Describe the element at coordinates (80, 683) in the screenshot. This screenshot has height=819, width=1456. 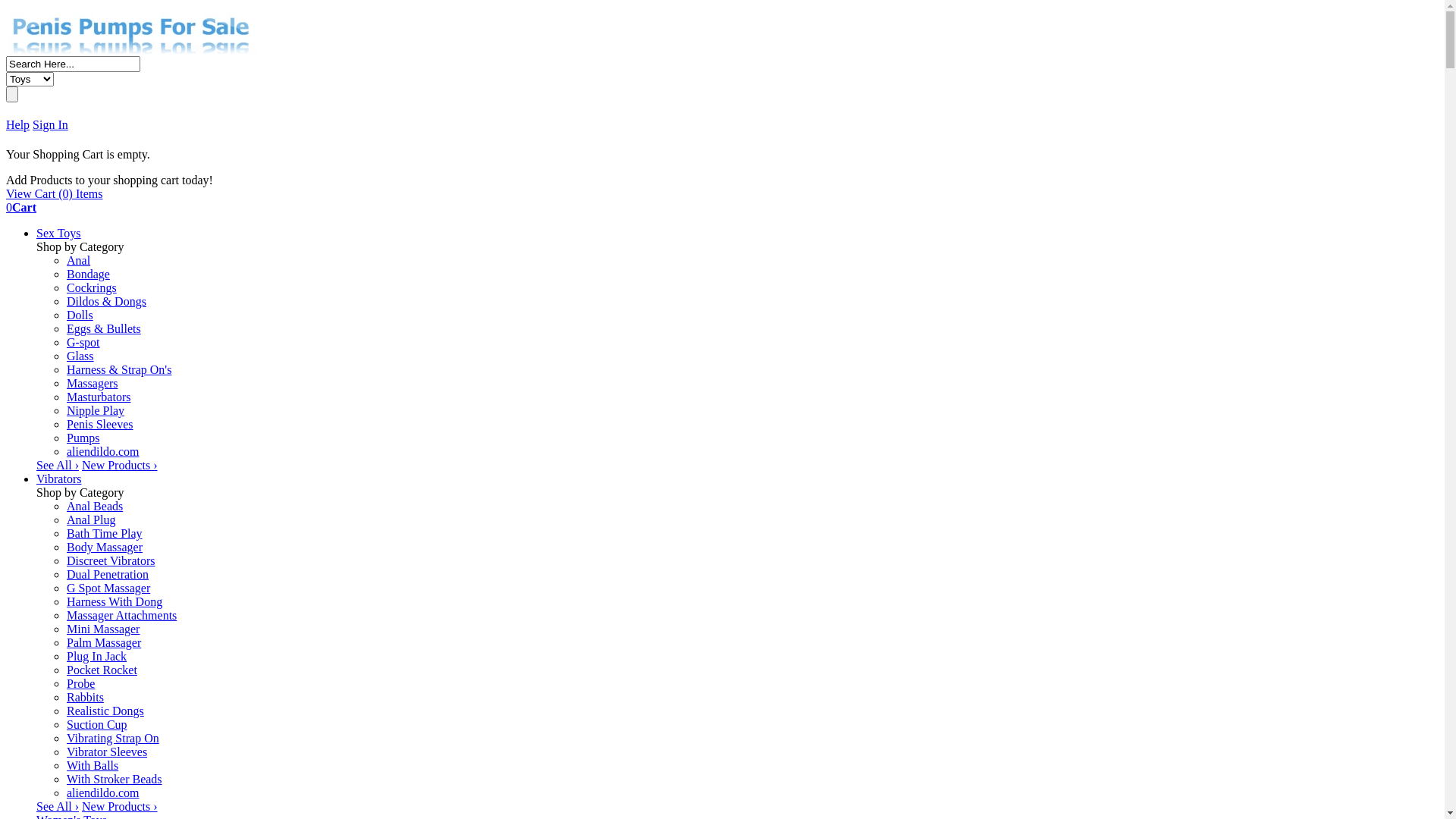
I see `'Probe'` at that location.